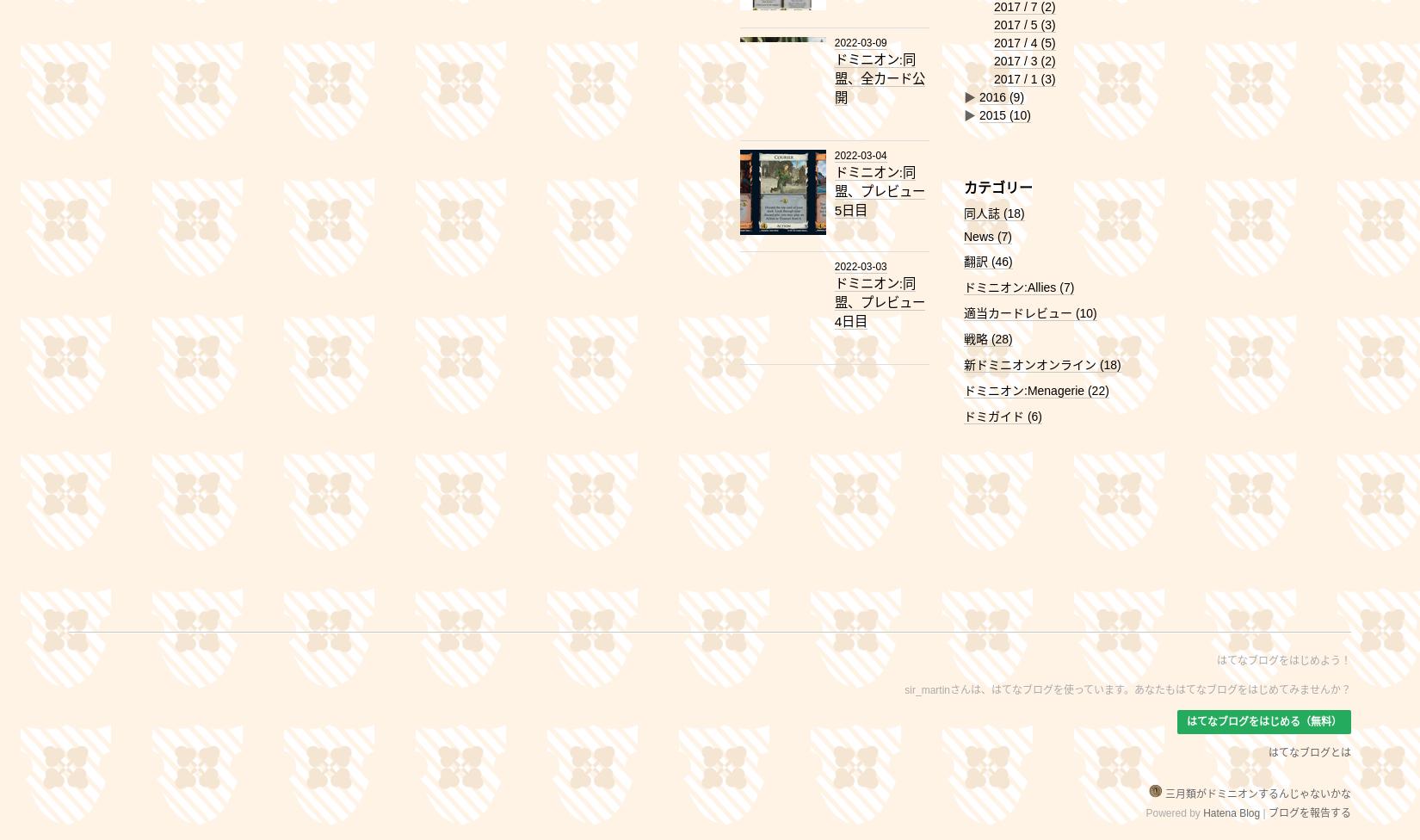 The image size is (1420, 840). What do you see at coordinates (1047, 42) in the screenshot?
I see `'(5)'` at bounding box center [1047, 42].